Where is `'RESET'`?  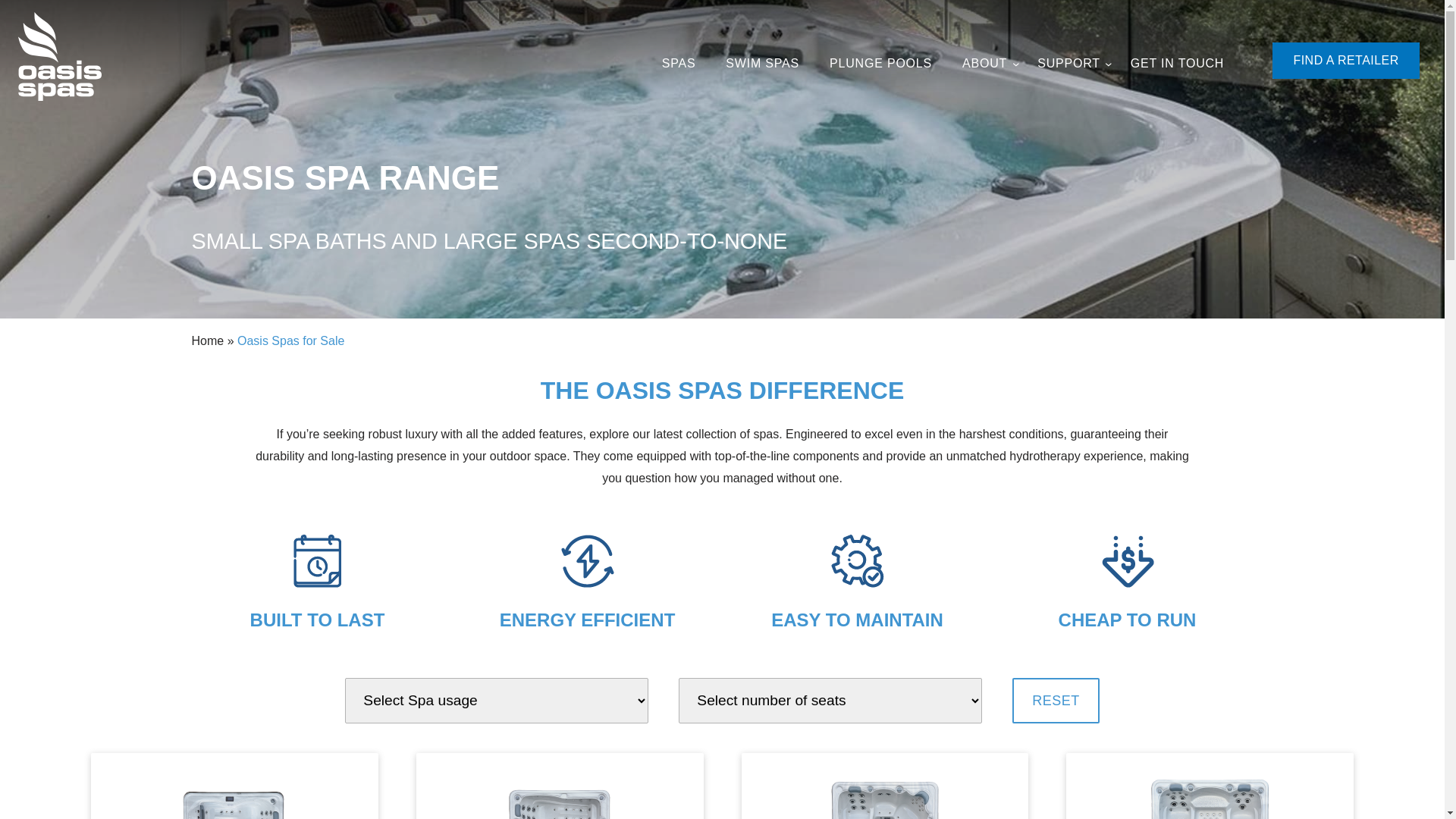 'RESET' is located at coordinates (1012, 701).